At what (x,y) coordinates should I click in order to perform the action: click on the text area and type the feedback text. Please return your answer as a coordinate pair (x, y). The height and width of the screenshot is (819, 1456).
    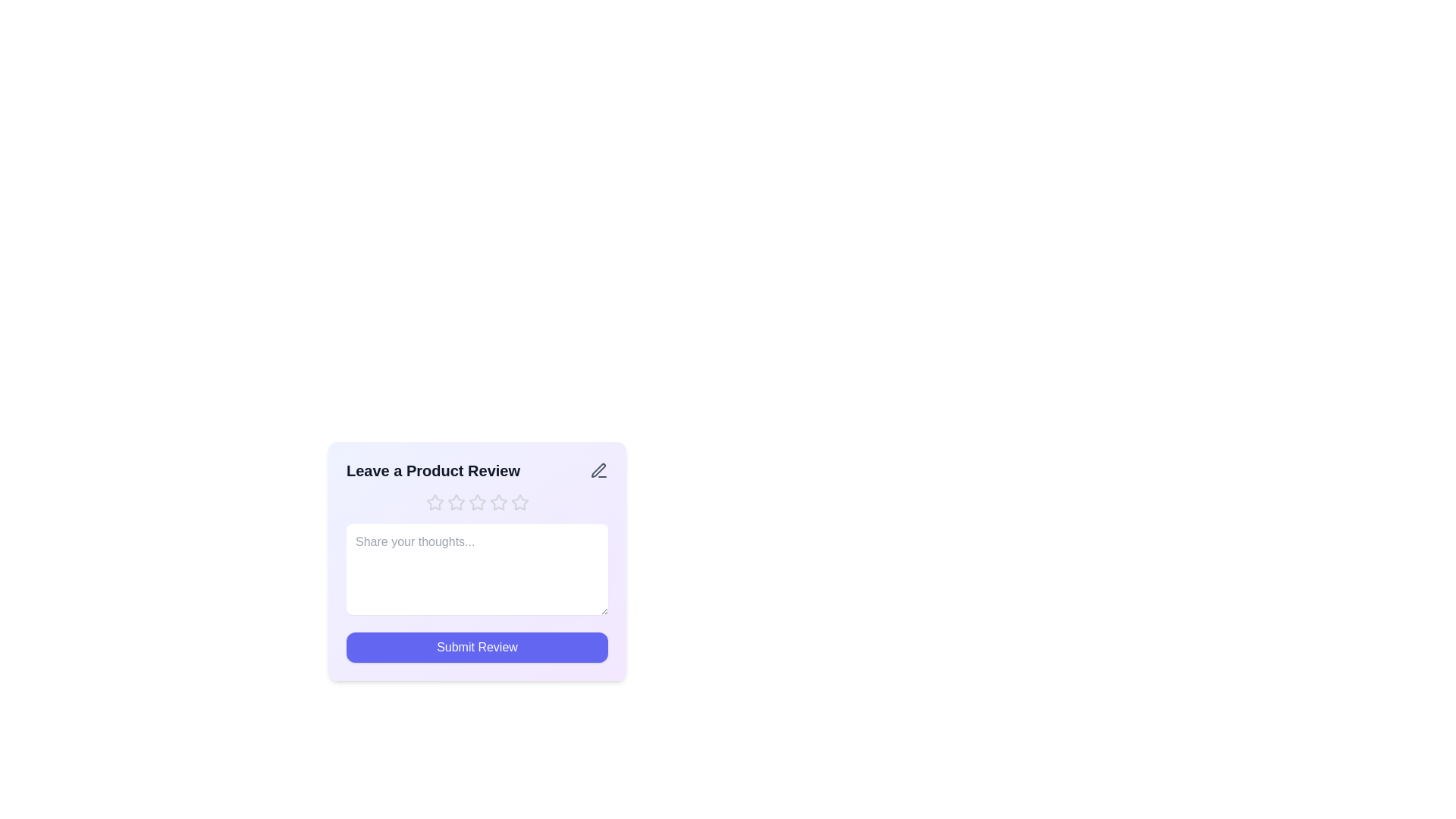
    Looking at the image, I should click on (476, 570).